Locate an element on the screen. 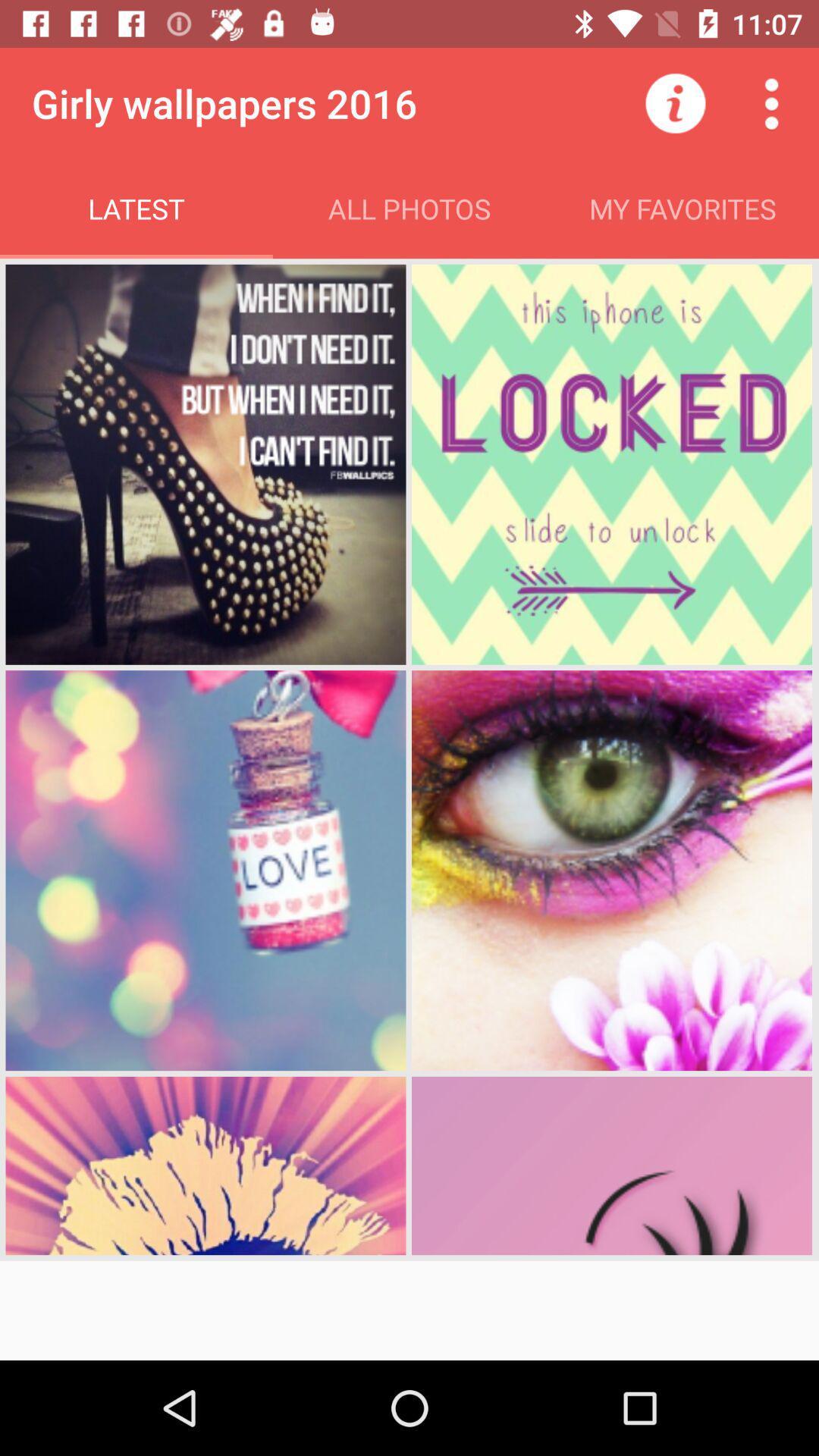  open menu is located at coordinates (771, 102).